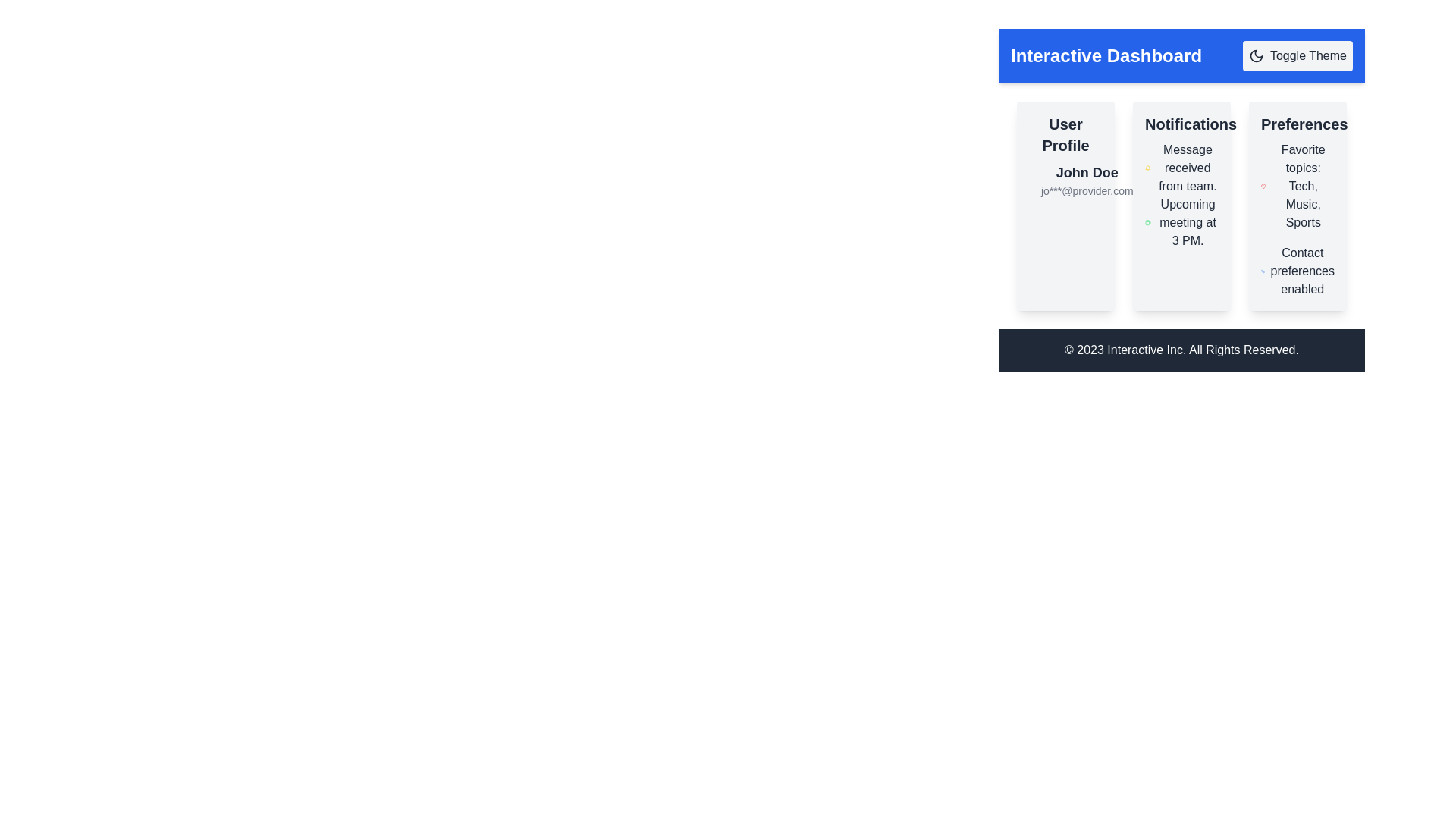  Describe the element at coordinates (1086, 190) in the screenshot. I see `the muted gray email text located under the bold 'John Doe' username in the user profile card` at that location.